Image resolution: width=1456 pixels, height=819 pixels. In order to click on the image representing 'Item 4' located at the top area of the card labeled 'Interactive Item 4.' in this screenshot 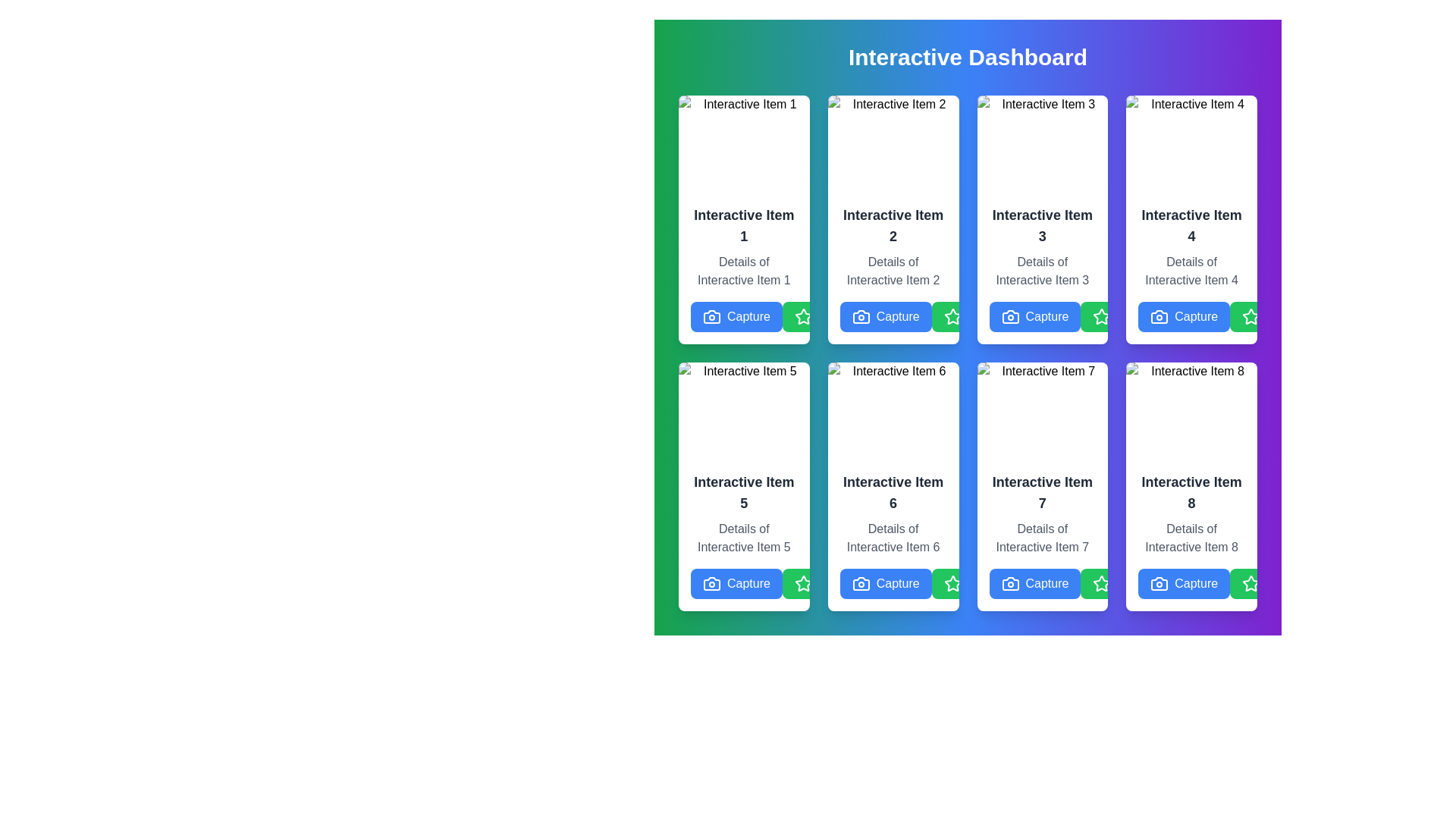, I will do `click(1191, 143)`.